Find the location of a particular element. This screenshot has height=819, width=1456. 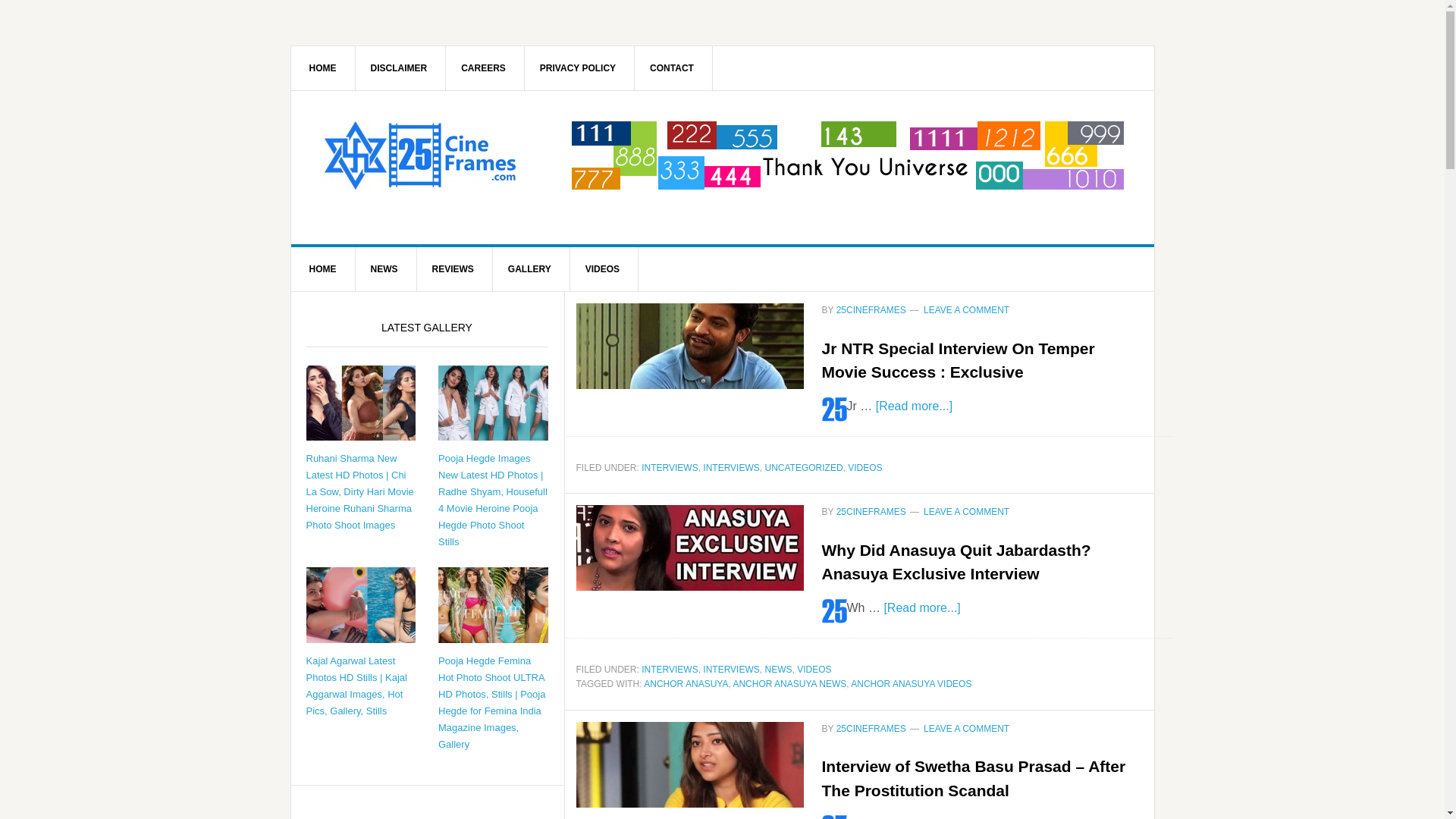

'Why Did Anasuya Quit Jabardasth? Anasuya Exclusive Interview' is located at coordinates (955, 562).